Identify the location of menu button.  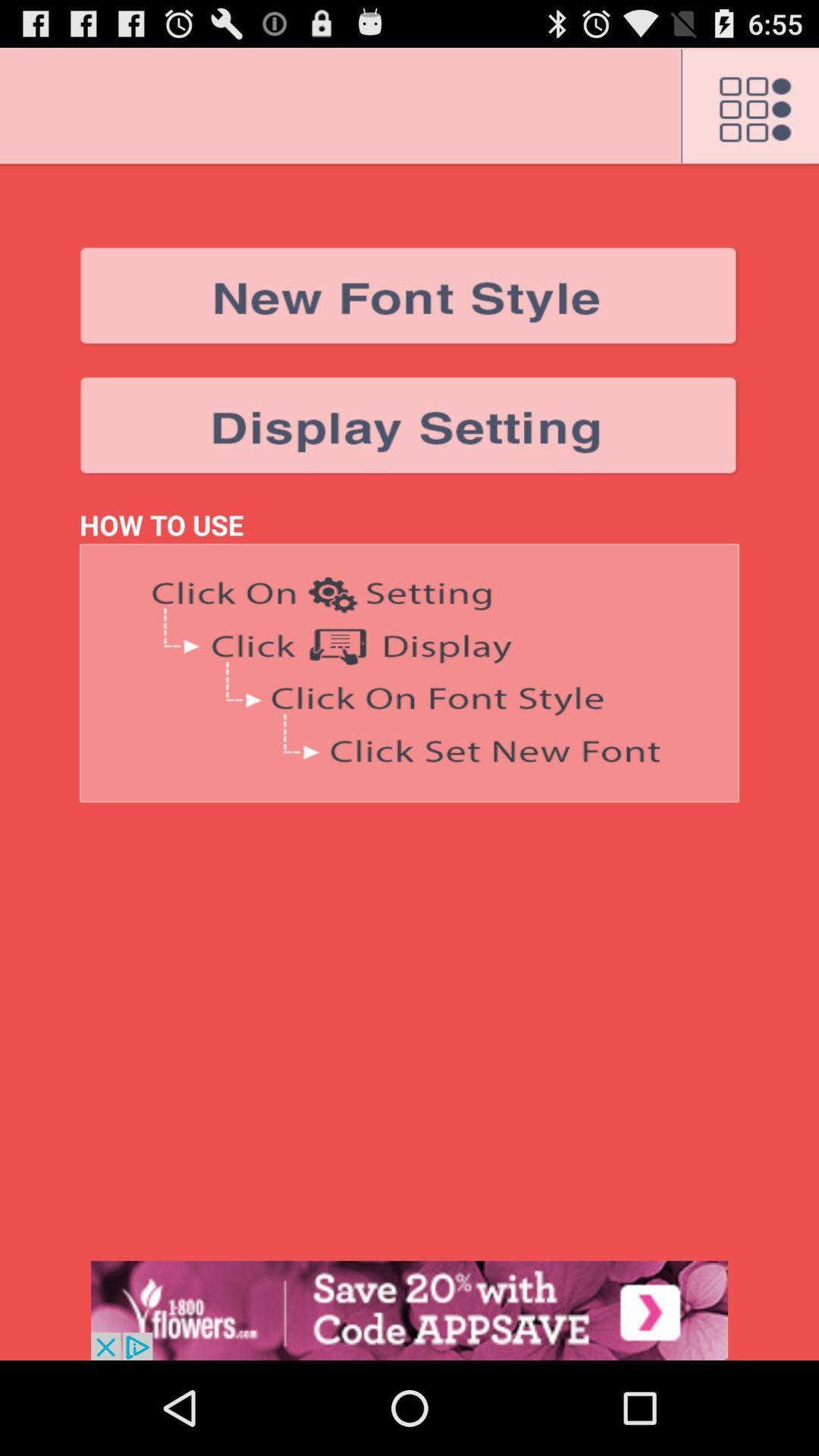
(748, 106).